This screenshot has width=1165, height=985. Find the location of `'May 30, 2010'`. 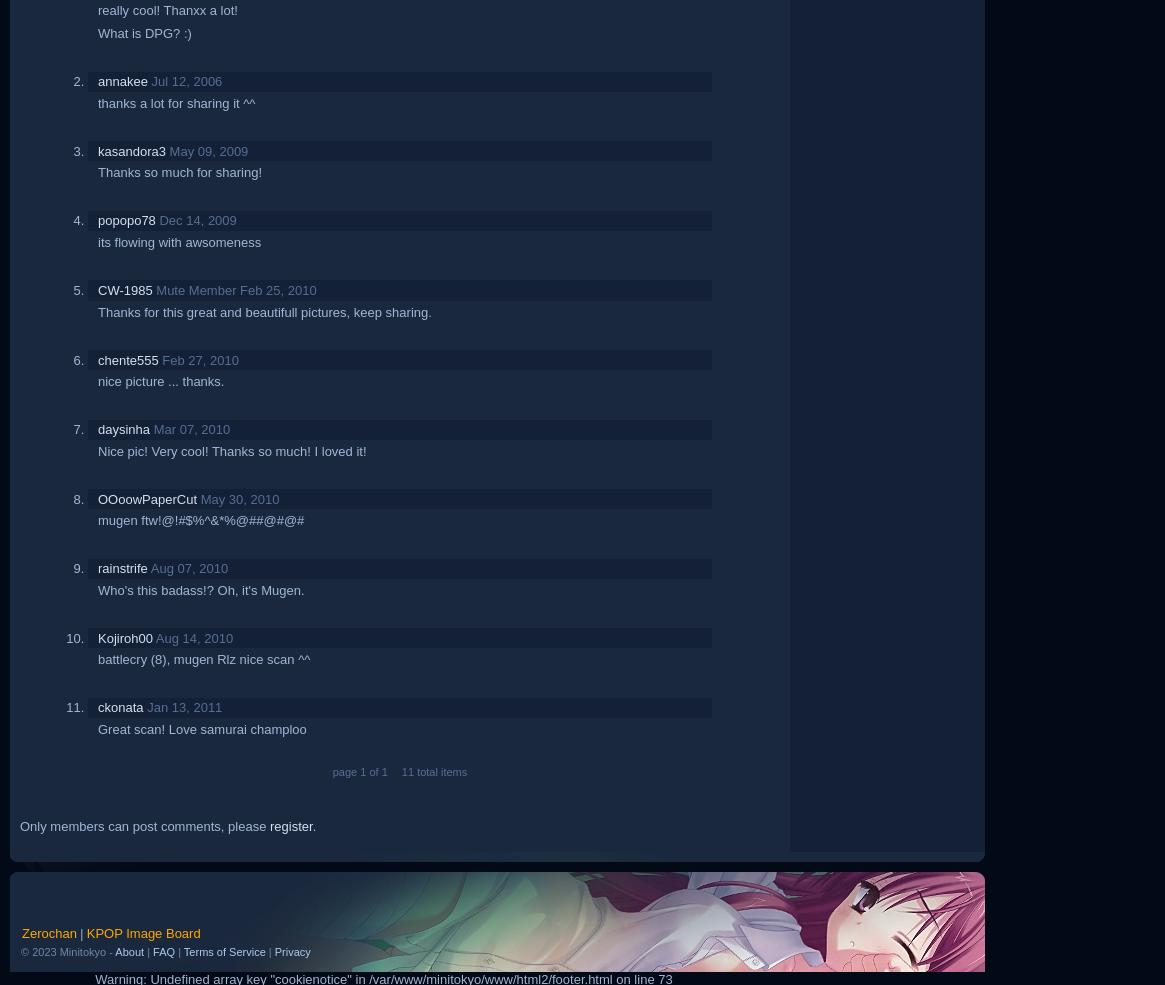

'May 30, 2010' is located at coordinates (239, 498).